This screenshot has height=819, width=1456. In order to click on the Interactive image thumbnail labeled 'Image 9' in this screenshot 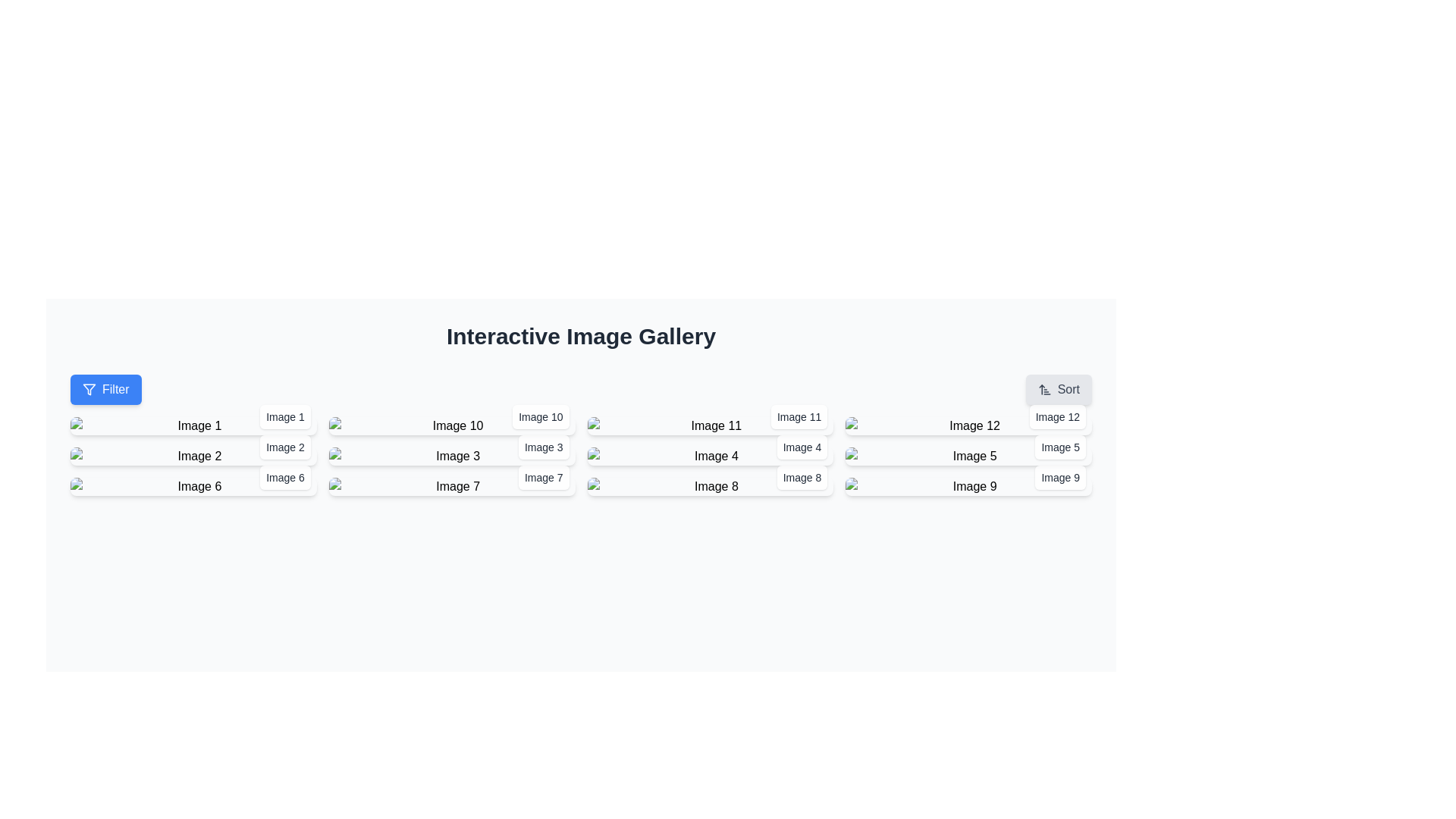, I will do `click(968, 486)`.